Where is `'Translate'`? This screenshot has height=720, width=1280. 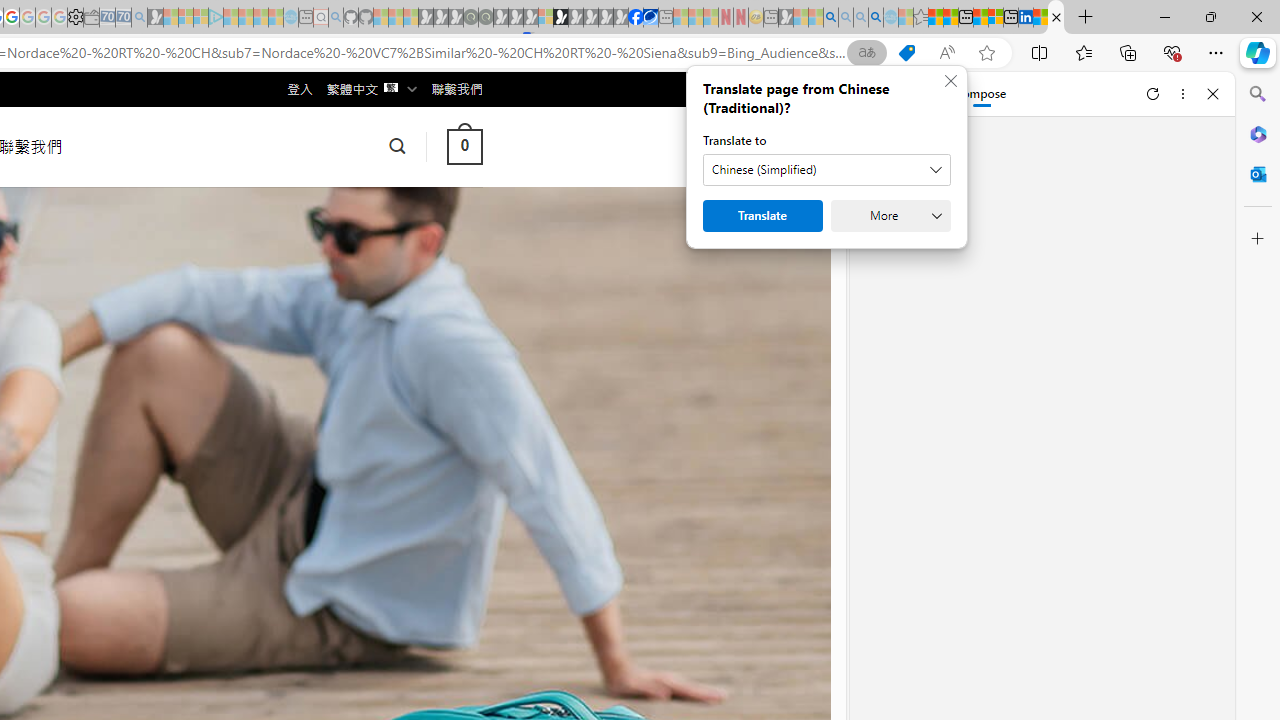 'Translate' is located at coordinates (761, 216).